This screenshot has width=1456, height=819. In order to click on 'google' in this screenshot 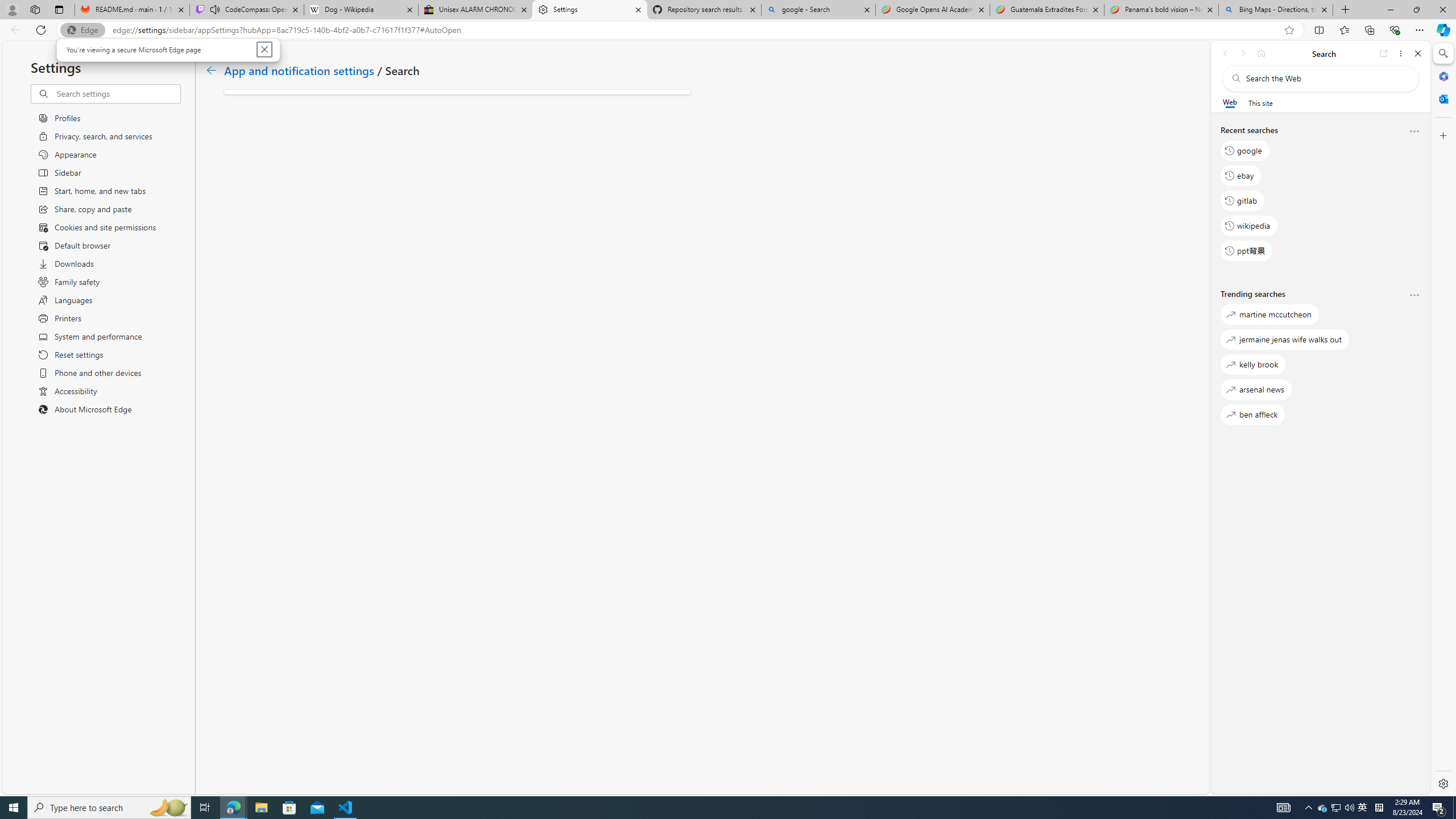, I will do `click(1244, 150)`.